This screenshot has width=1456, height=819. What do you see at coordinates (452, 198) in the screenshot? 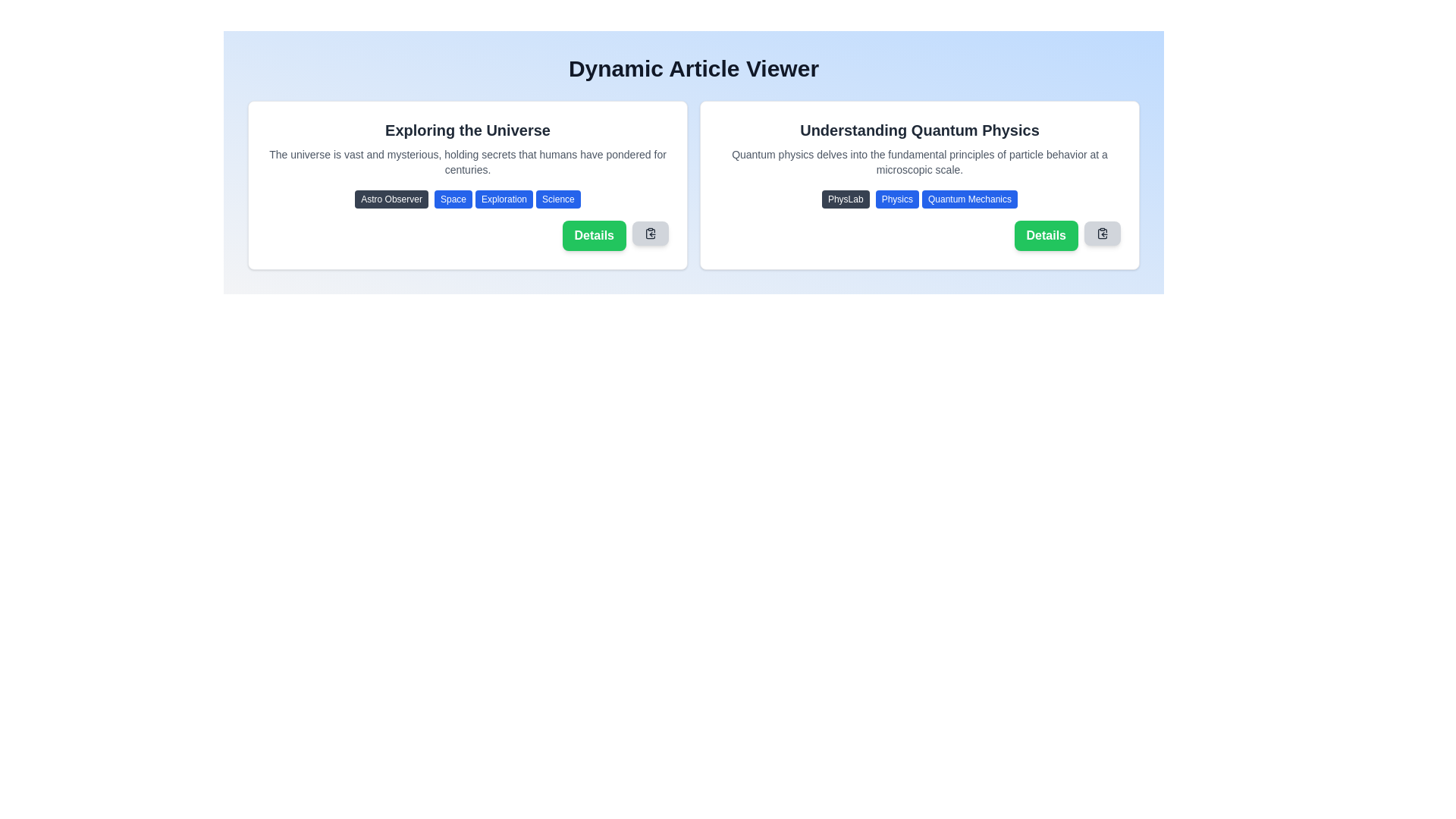
I see `the blue badge labeled 'Space' within the 'Exploring the Universe' panel, which is the second badge among four in the row` at bounding box center [452, 198].